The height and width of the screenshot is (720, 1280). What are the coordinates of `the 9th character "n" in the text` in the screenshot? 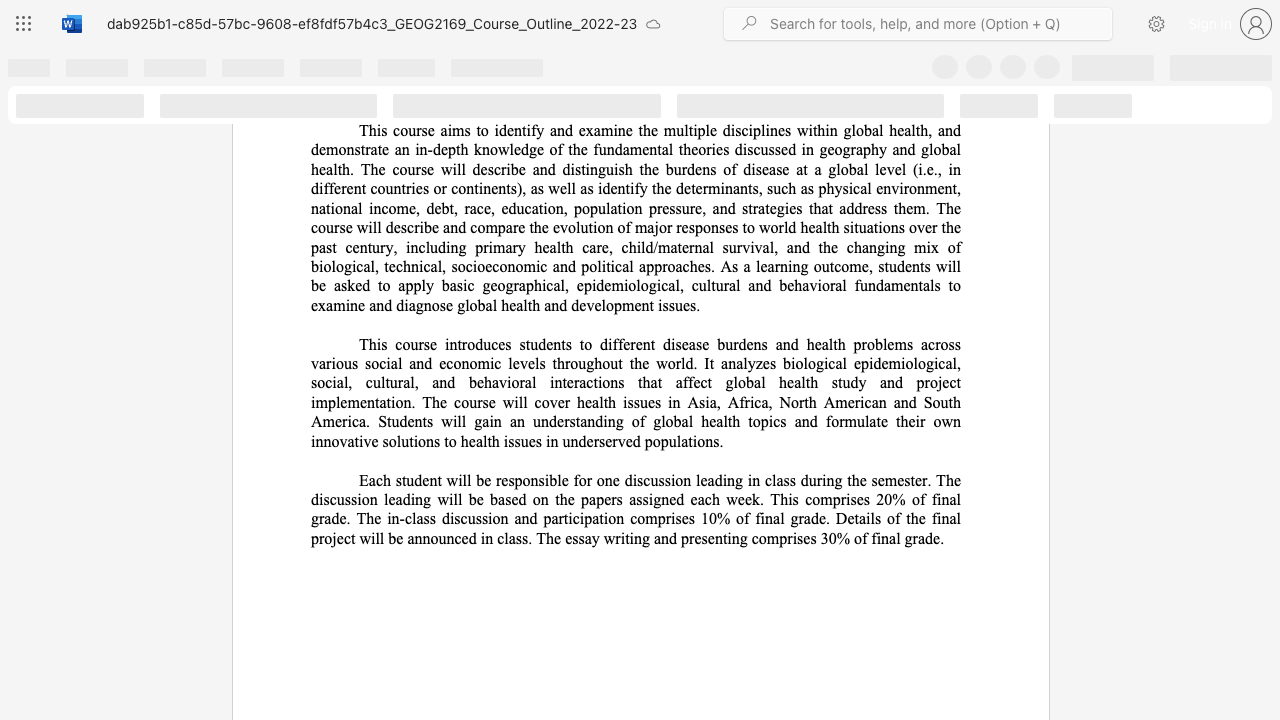 It's located at (377, 208).